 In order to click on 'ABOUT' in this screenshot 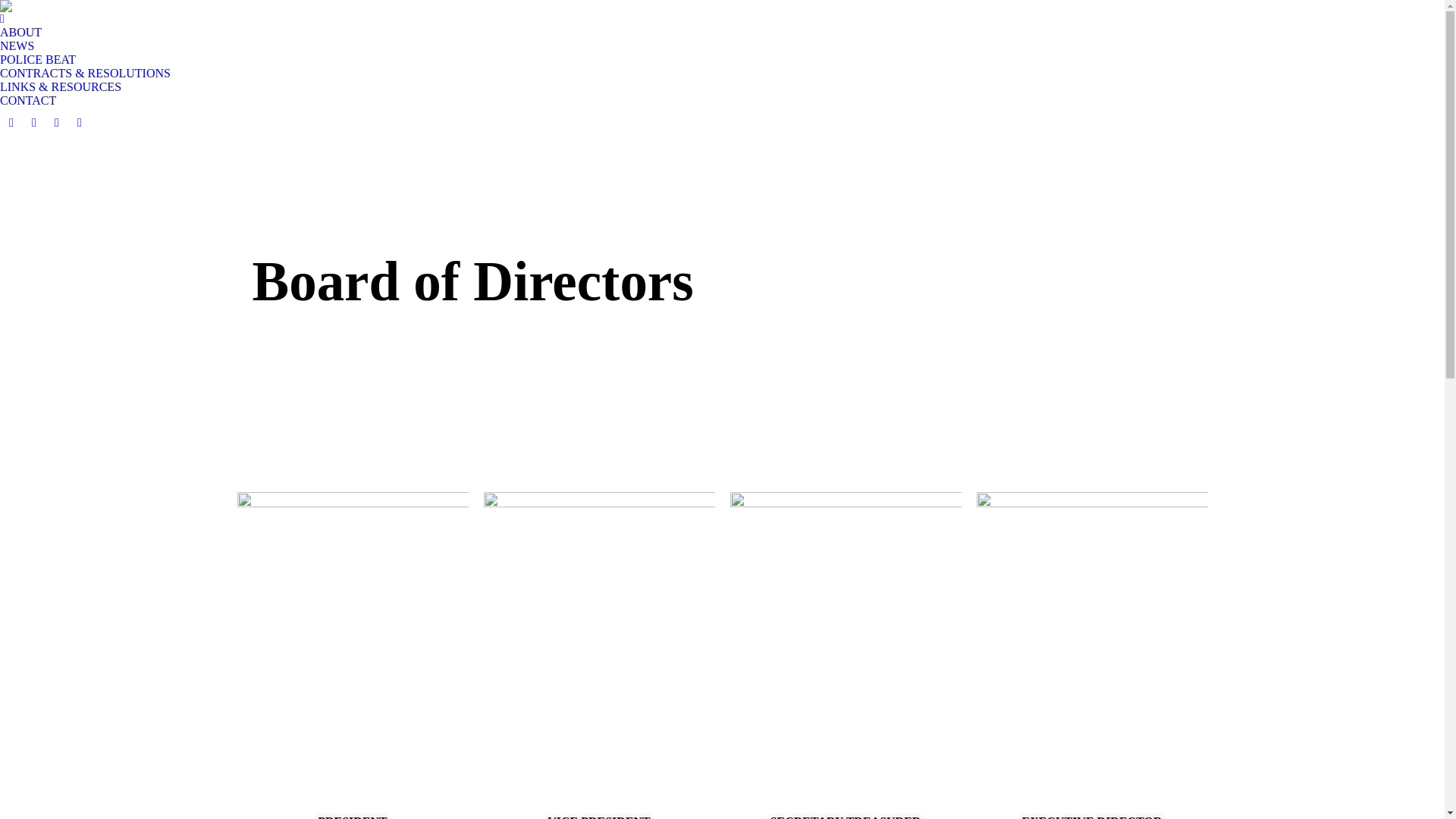, I will do `click(20, 26)`.